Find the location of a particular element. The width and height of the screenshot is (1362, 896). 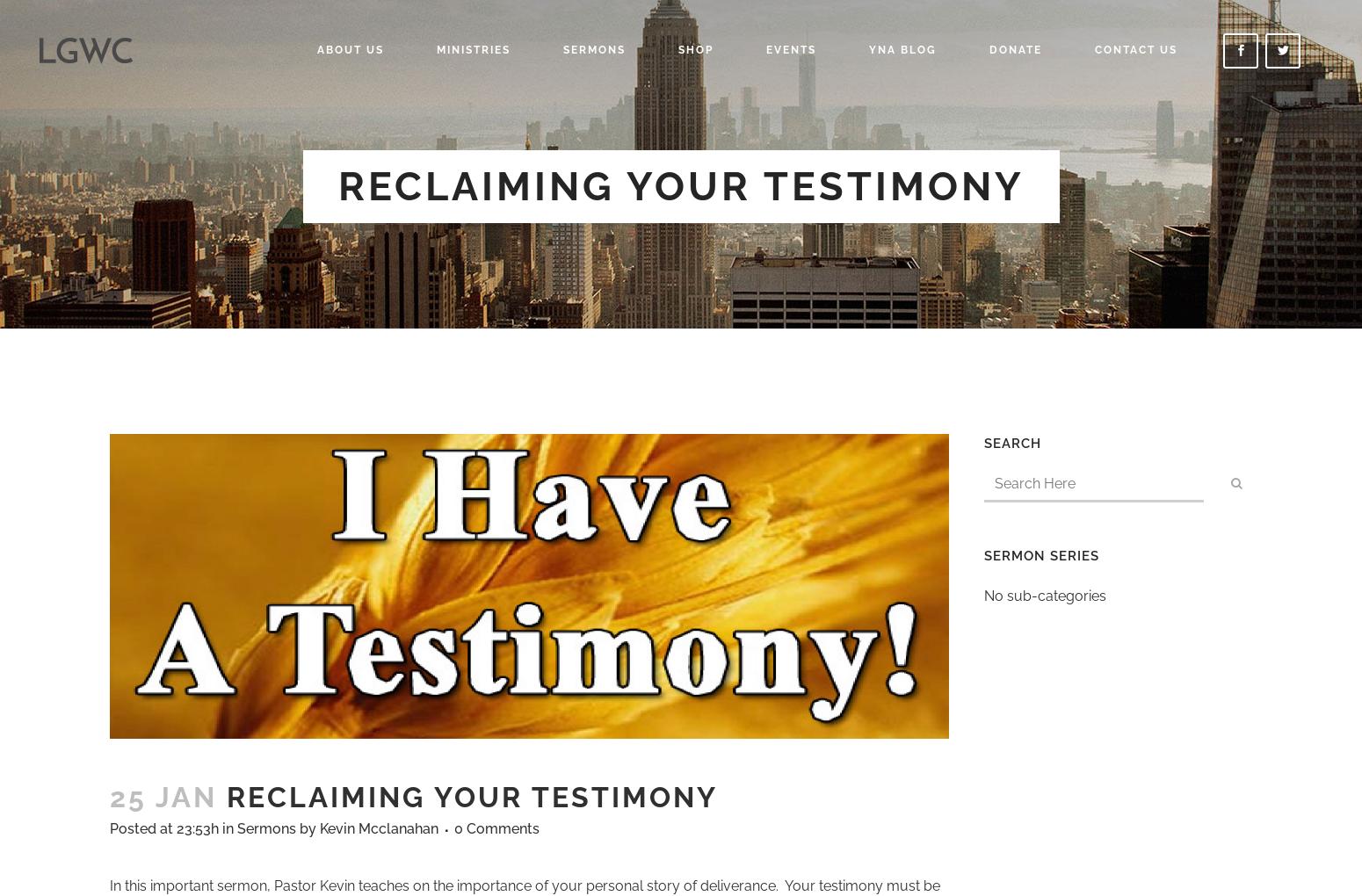

'Posted at 23:53h' is located at coordinates (163, 827).